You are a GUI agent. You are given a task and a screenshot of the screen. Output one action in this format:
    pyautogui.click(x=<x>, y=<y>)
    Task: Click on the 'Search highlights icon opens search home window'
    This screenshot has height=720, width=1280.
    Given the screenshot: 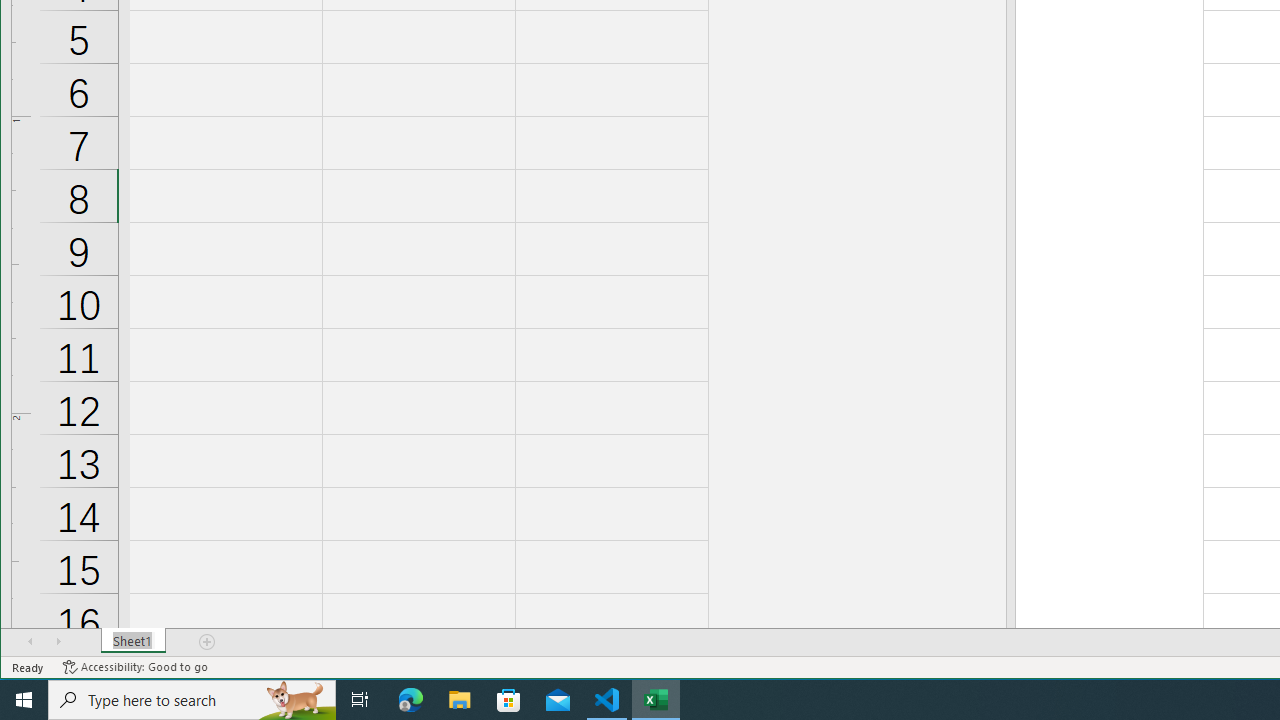 What is the action you would take?
    pyautogui.click(x=294, y=698)
    